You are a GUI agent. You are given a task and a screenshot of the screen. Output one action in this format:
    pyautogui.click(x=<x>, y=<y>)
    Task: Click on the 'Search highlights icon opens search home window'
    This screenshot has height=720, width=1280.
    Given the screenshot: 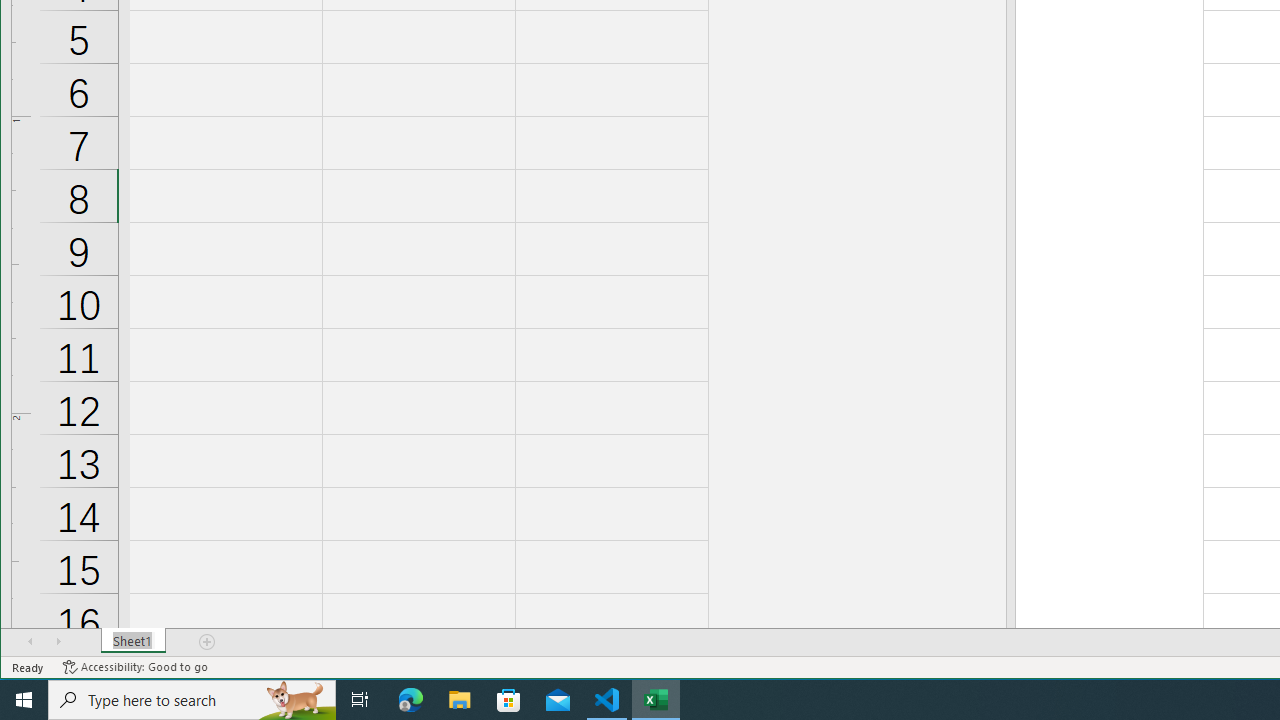 What is the action you would take?
    pyautogui.click(x=294, y=698)
    